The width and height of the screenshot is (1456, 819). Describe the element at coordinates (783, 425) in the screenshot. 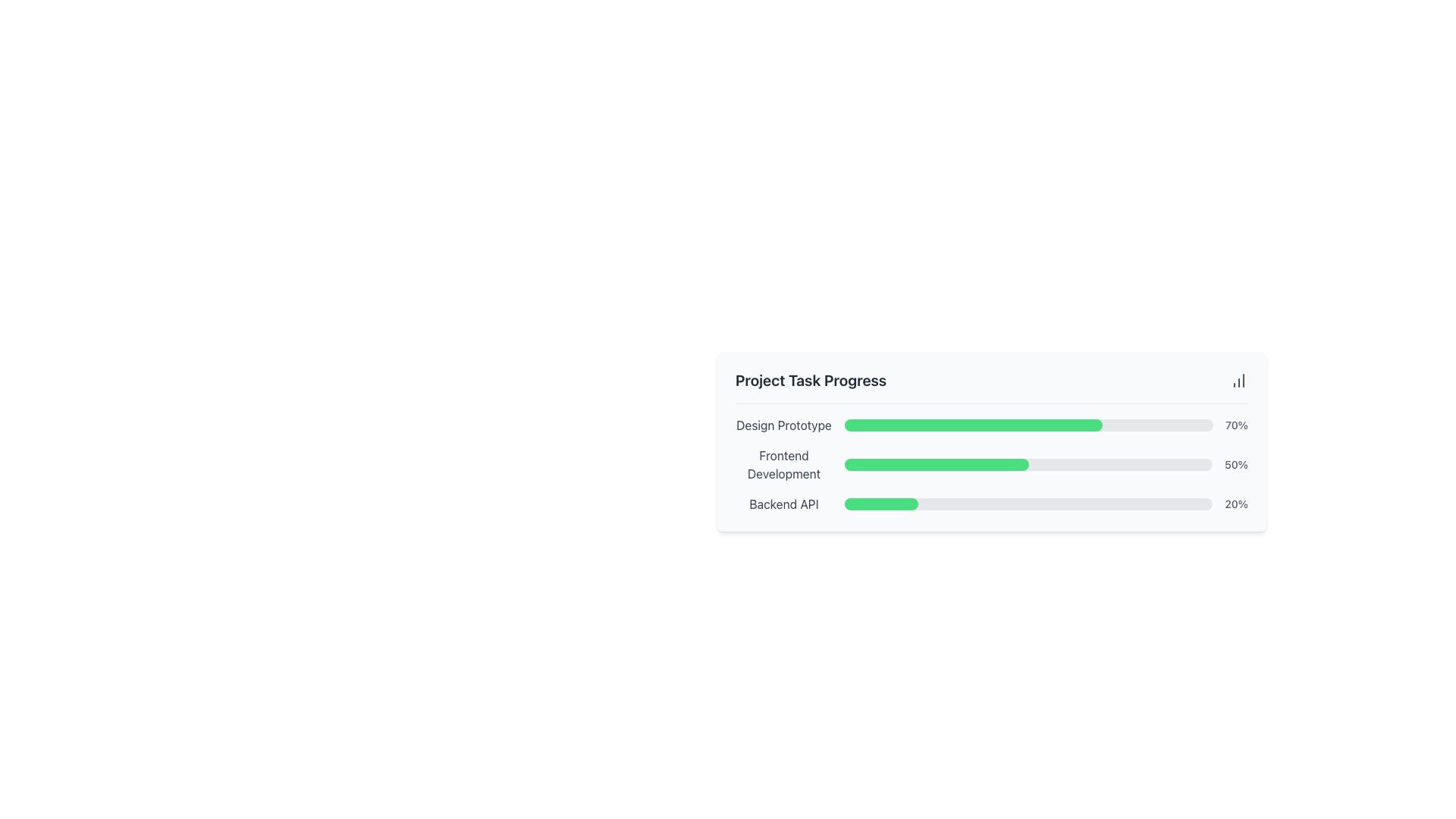

I see `the text label displaying 'Design Prototype', which is styled in gray and located on the left-hand side of a progress bar, above the labels for 'Frontend Development' and 'Backend API'` at that location.